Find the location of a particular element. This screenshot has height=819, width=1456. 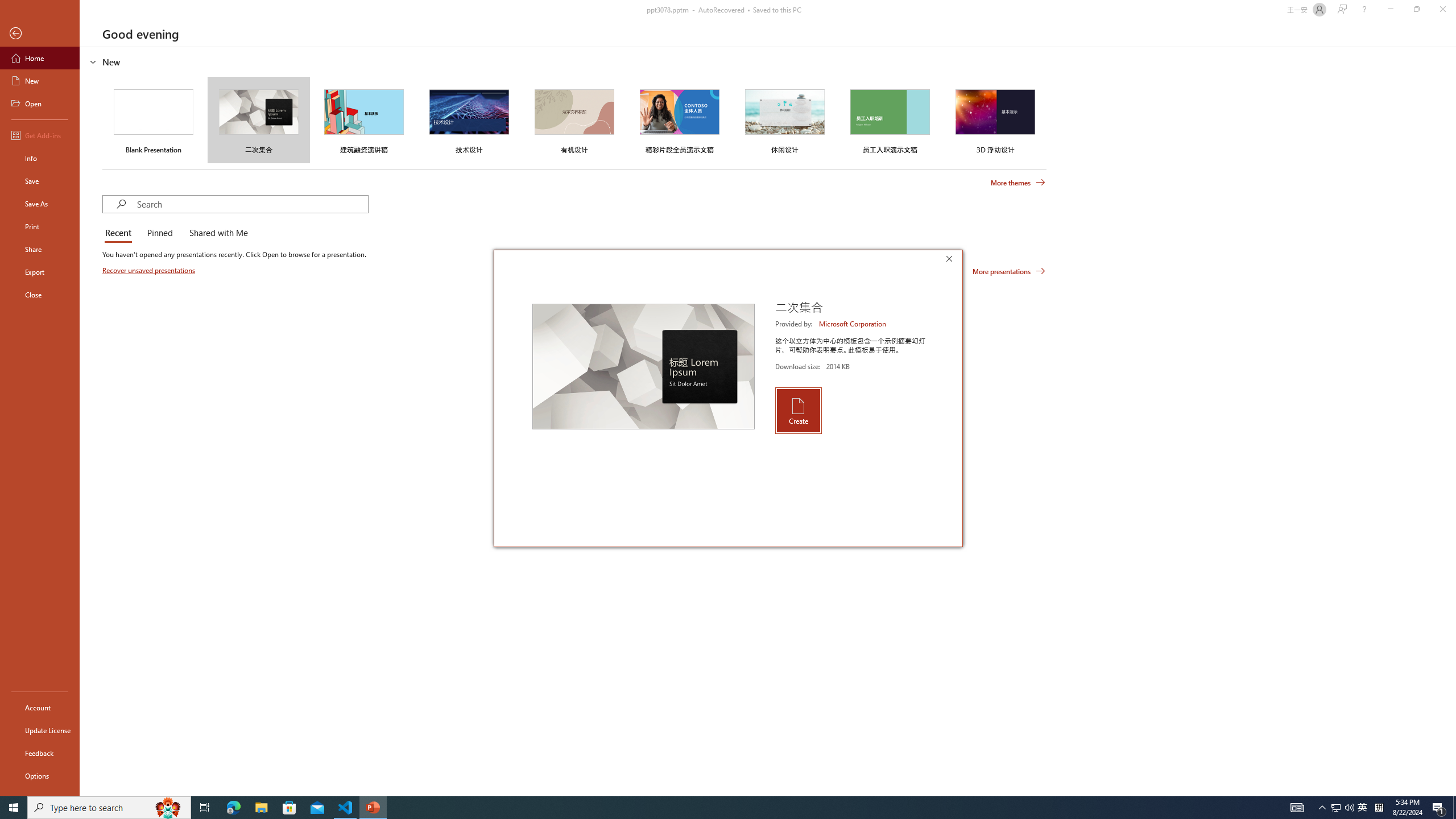

'Create' is located at coordinates (797, 410).